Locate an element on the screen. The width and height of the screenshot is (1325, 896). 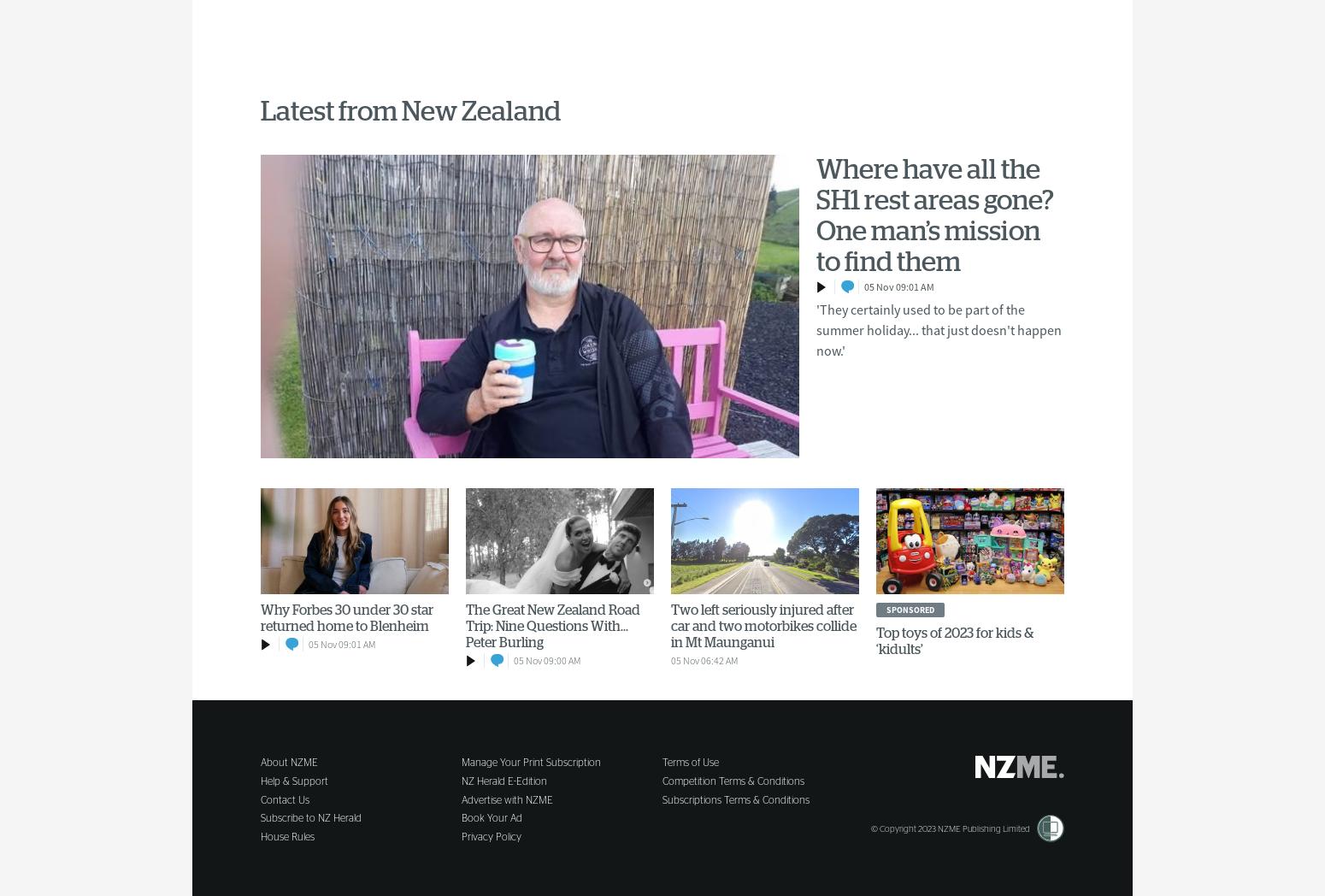
'© Copyright' is located at coordinates (894, 827).